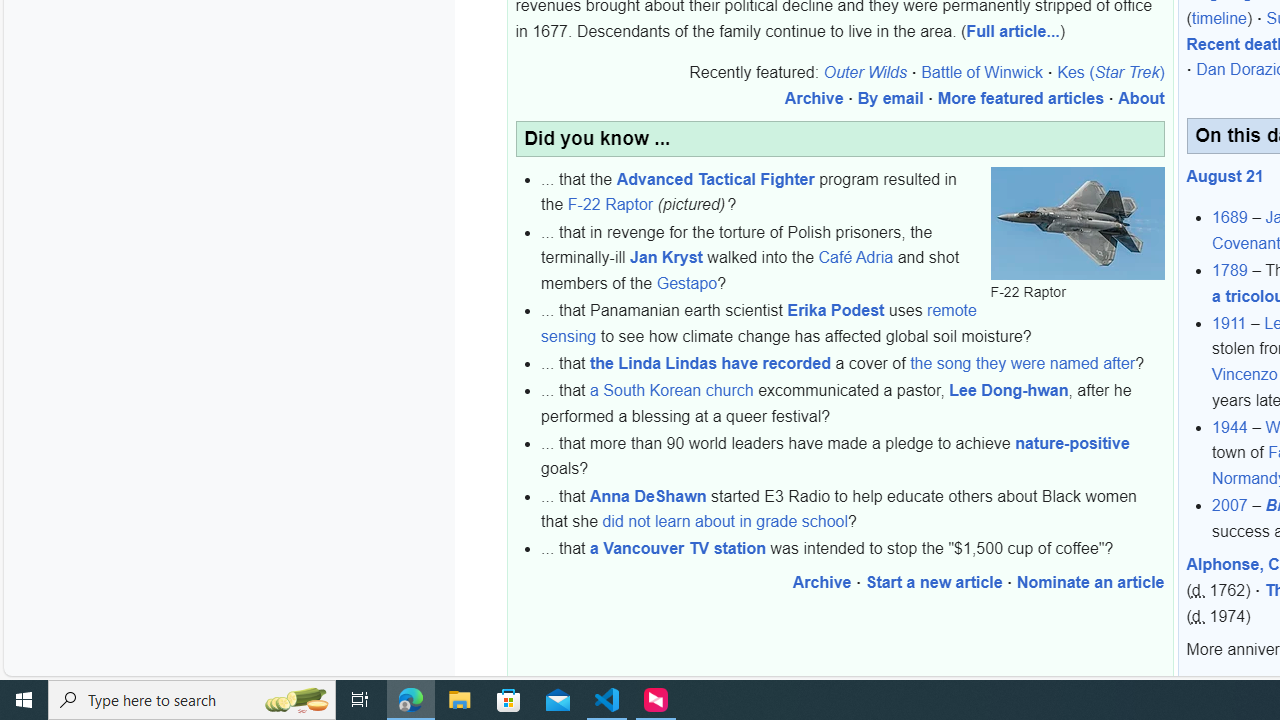  I want to click on 'Erika Podest', so click(835, 310).